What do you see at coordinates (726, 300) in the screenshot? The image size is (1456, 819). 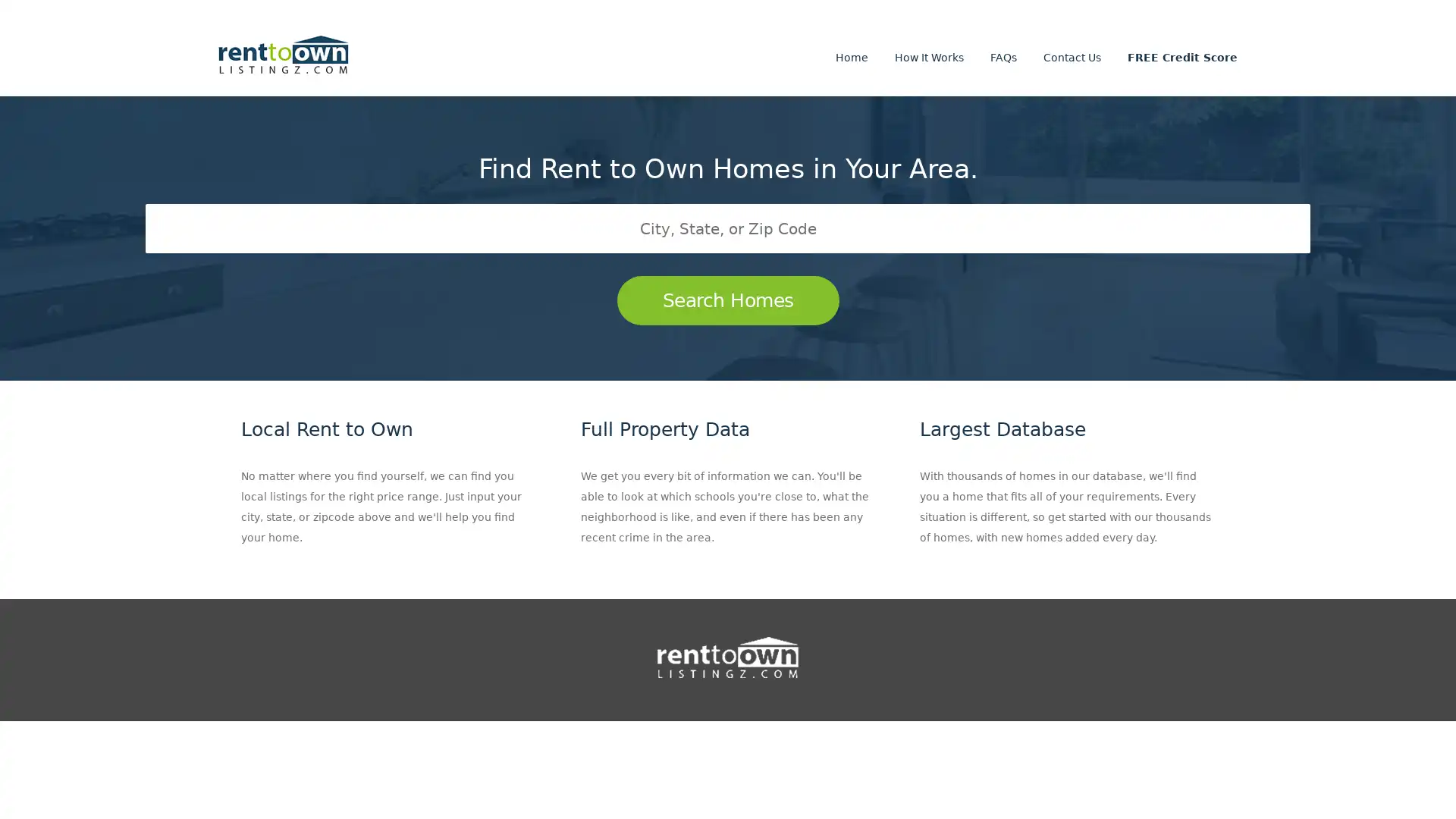 I see `Search Homes` at bounding box center [726, 300].